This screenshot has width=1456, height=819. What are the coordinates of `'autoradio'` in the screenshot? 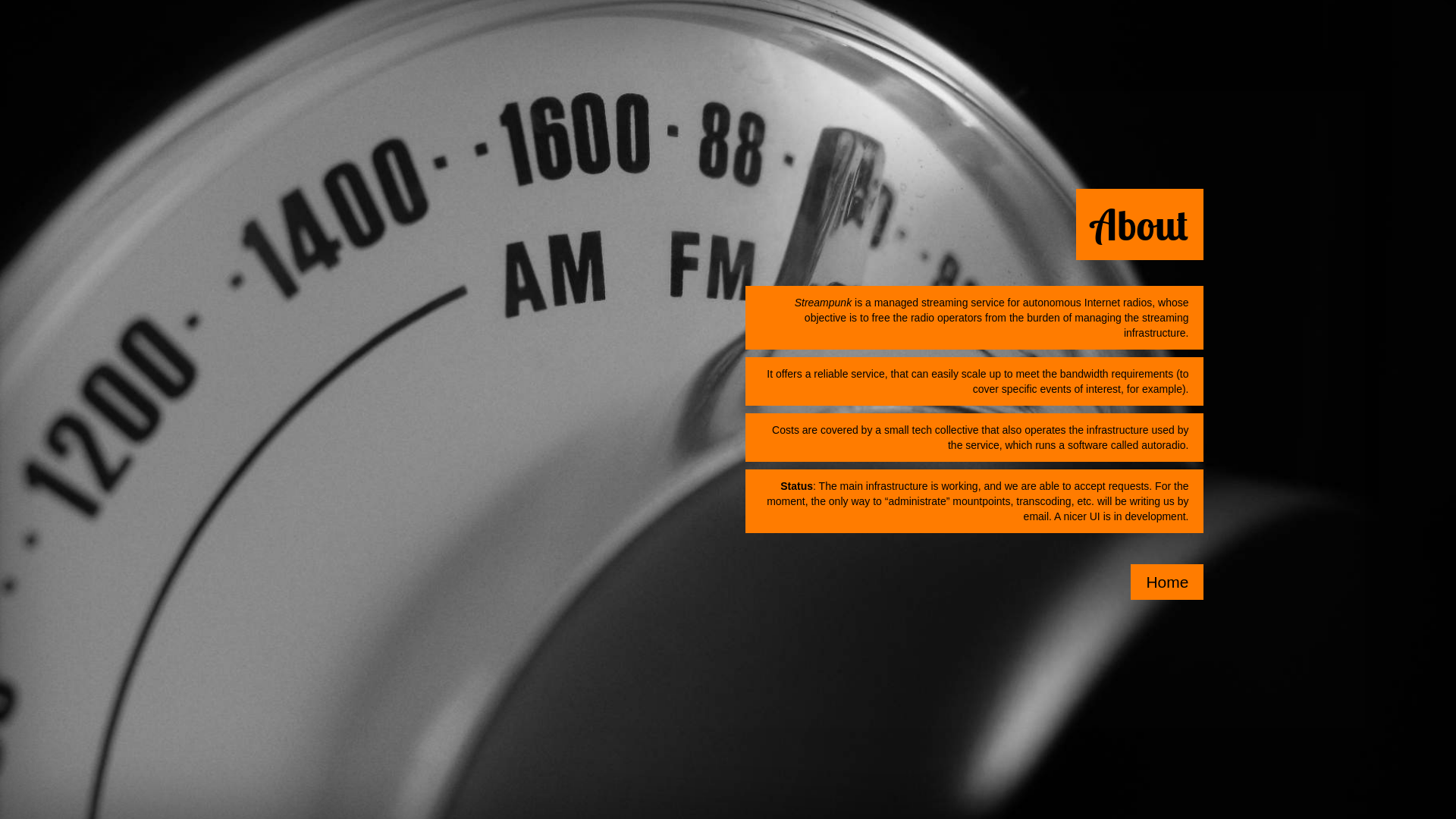 It's located at (1163, 444).